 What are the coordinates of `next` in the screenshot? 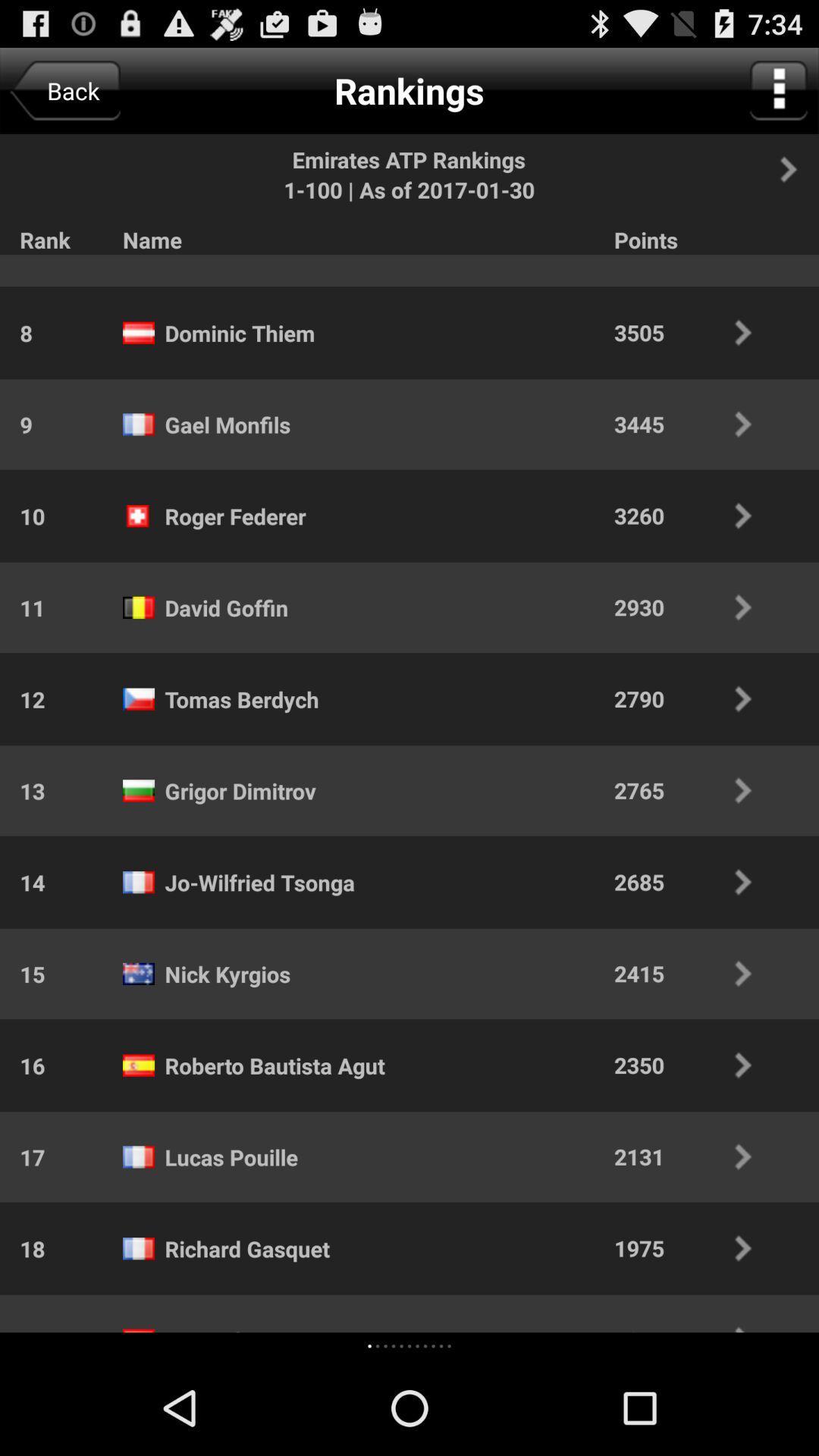 It's located at (796, 169).